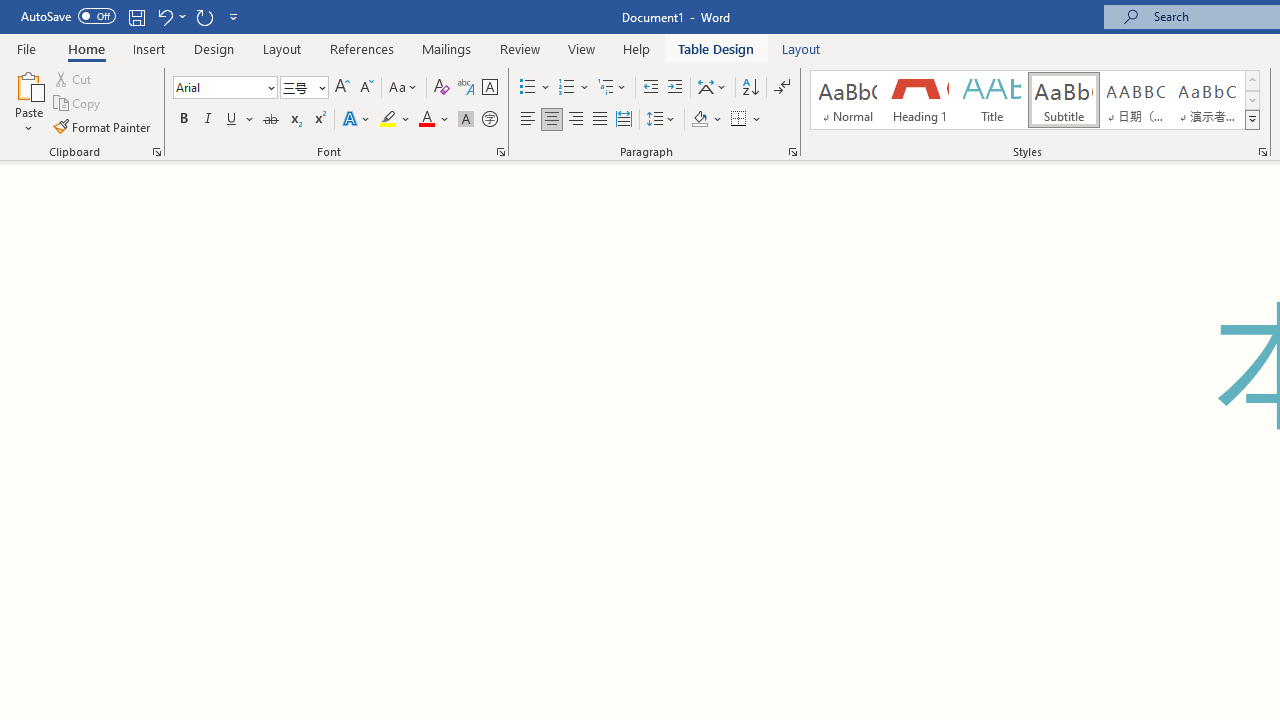  What do you see at coordinates (489, 86) in the screenshot?
I see `'Character Border'` at bounding box center [489, 86].